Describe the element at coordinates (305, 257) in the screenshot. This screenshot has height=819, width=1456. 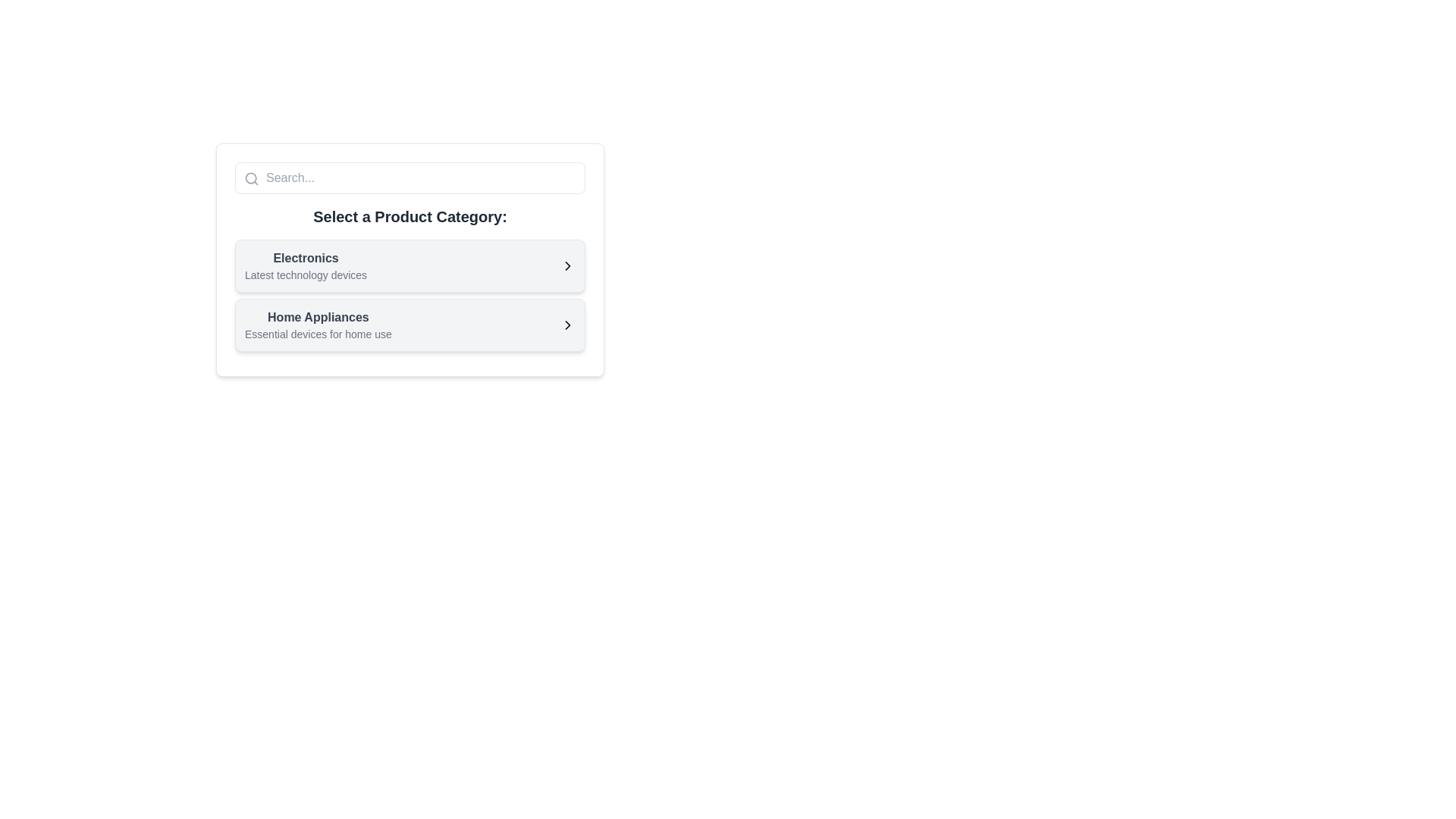
I see `the Text label element that contains the word 'Electronics' styled in bold font and dark gray color, positioned at the top of the Electronics section` at that location.